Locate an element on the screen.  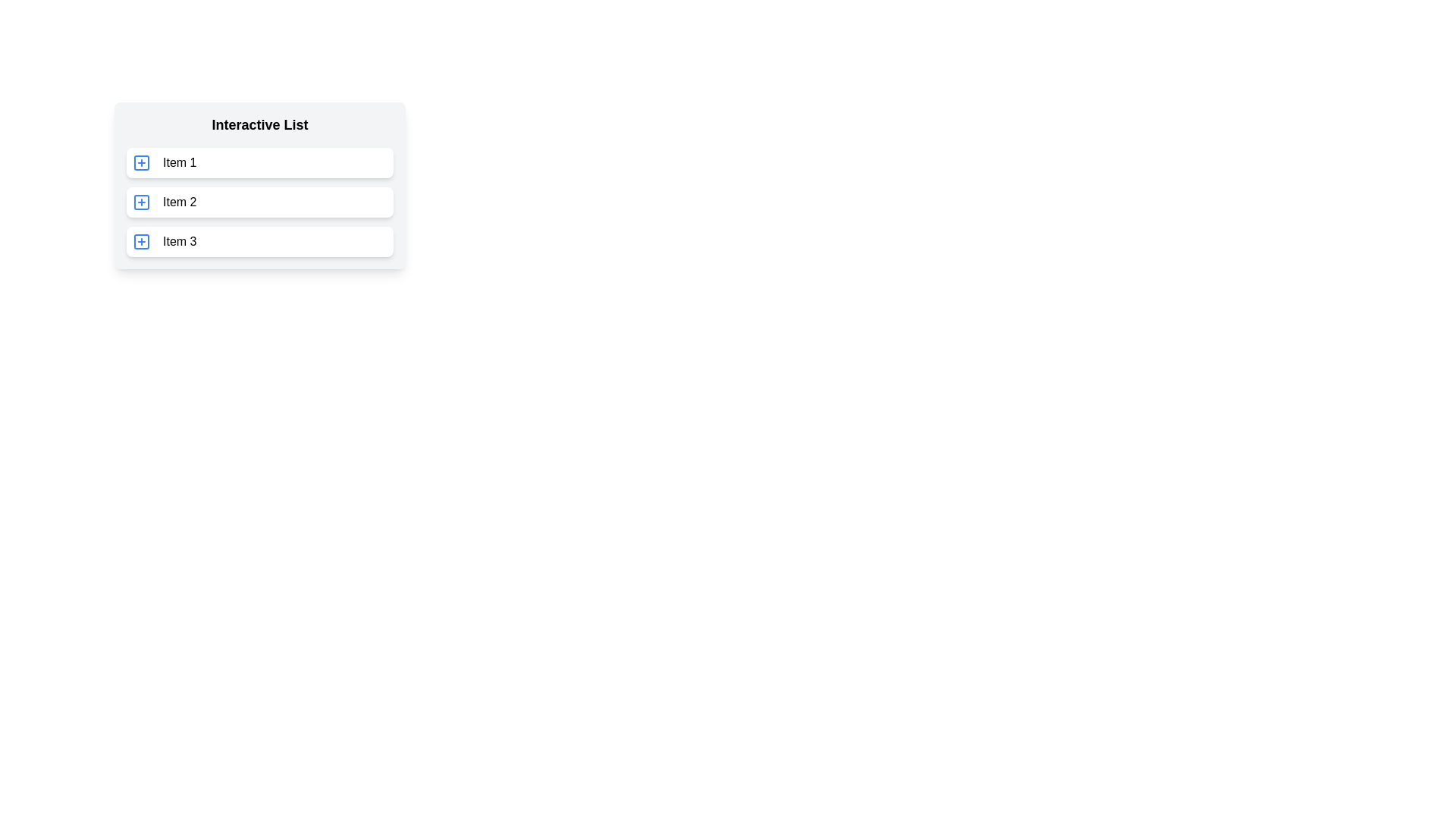
button corresponding to Item 3 to toggle its selection state is located at coordinates (142, 241).